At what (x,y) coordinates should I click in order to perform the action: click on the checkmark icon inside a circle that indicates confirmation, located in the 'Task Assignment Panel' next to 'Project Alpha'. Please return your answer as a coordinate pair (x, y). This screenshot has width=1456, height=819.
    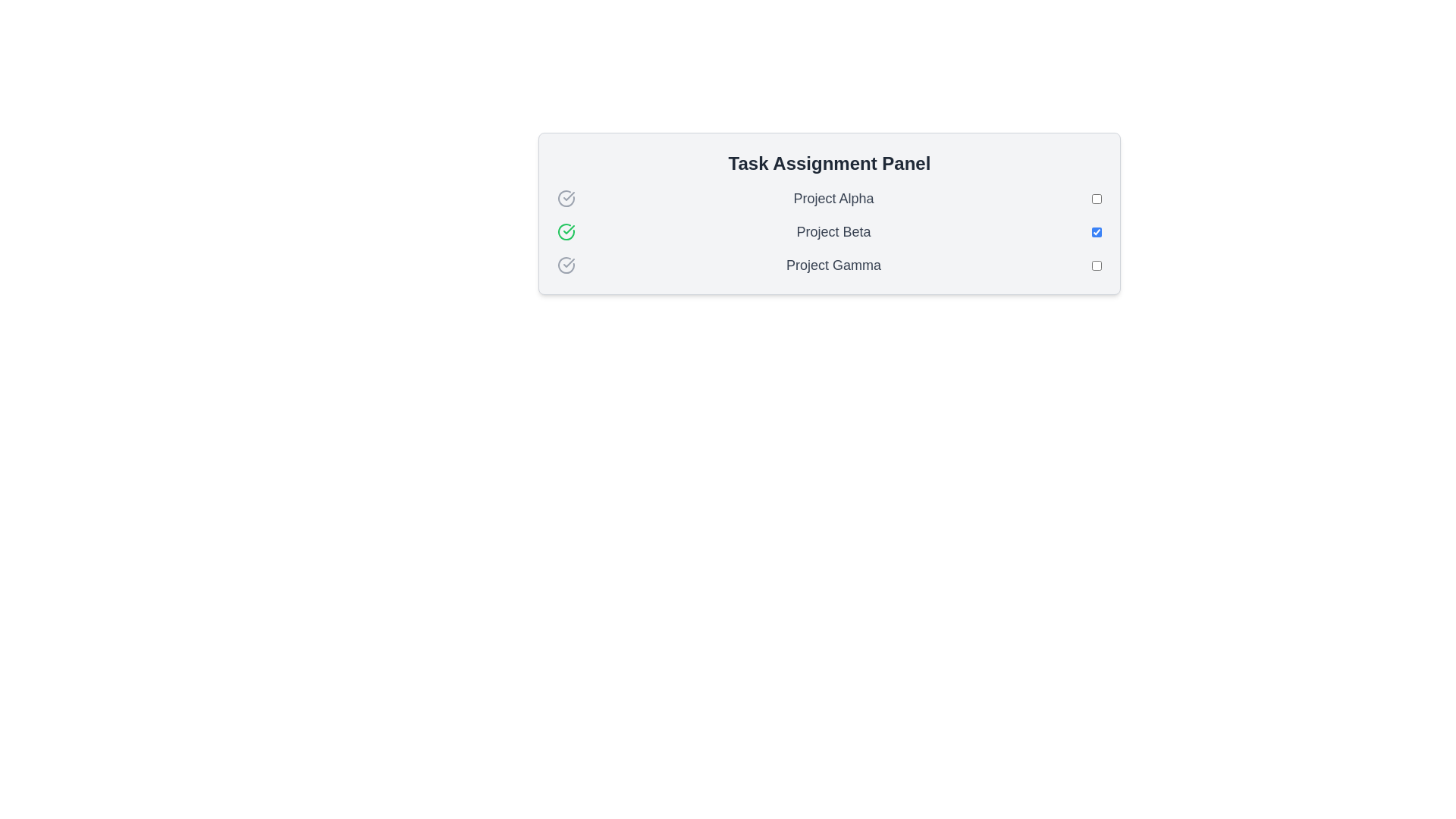
    Looking at the image, I should click on (568, 262).